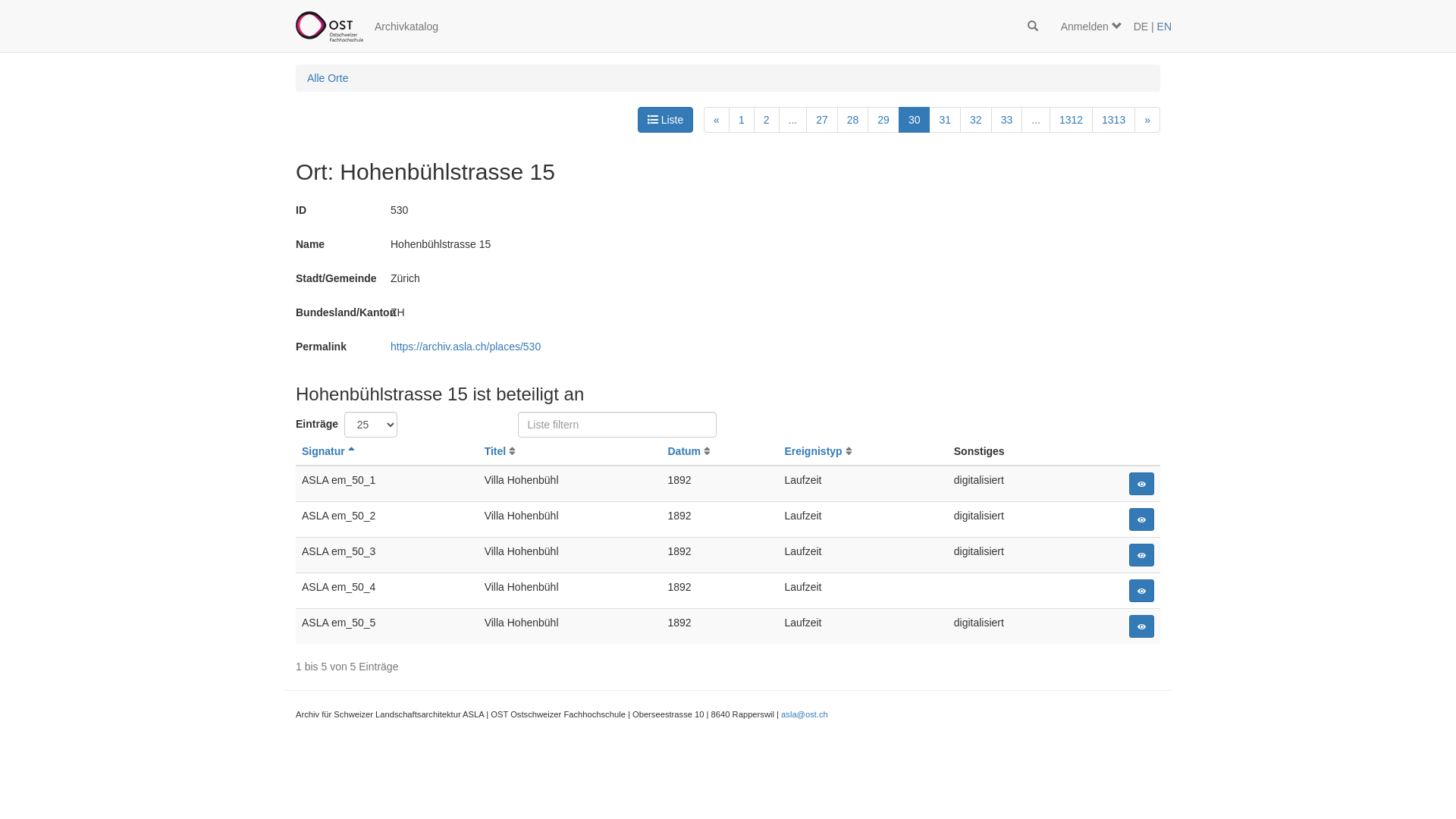 The height and width of the screenshot is (819, 1456). I want to click on 'DE', so click(1133, 26).